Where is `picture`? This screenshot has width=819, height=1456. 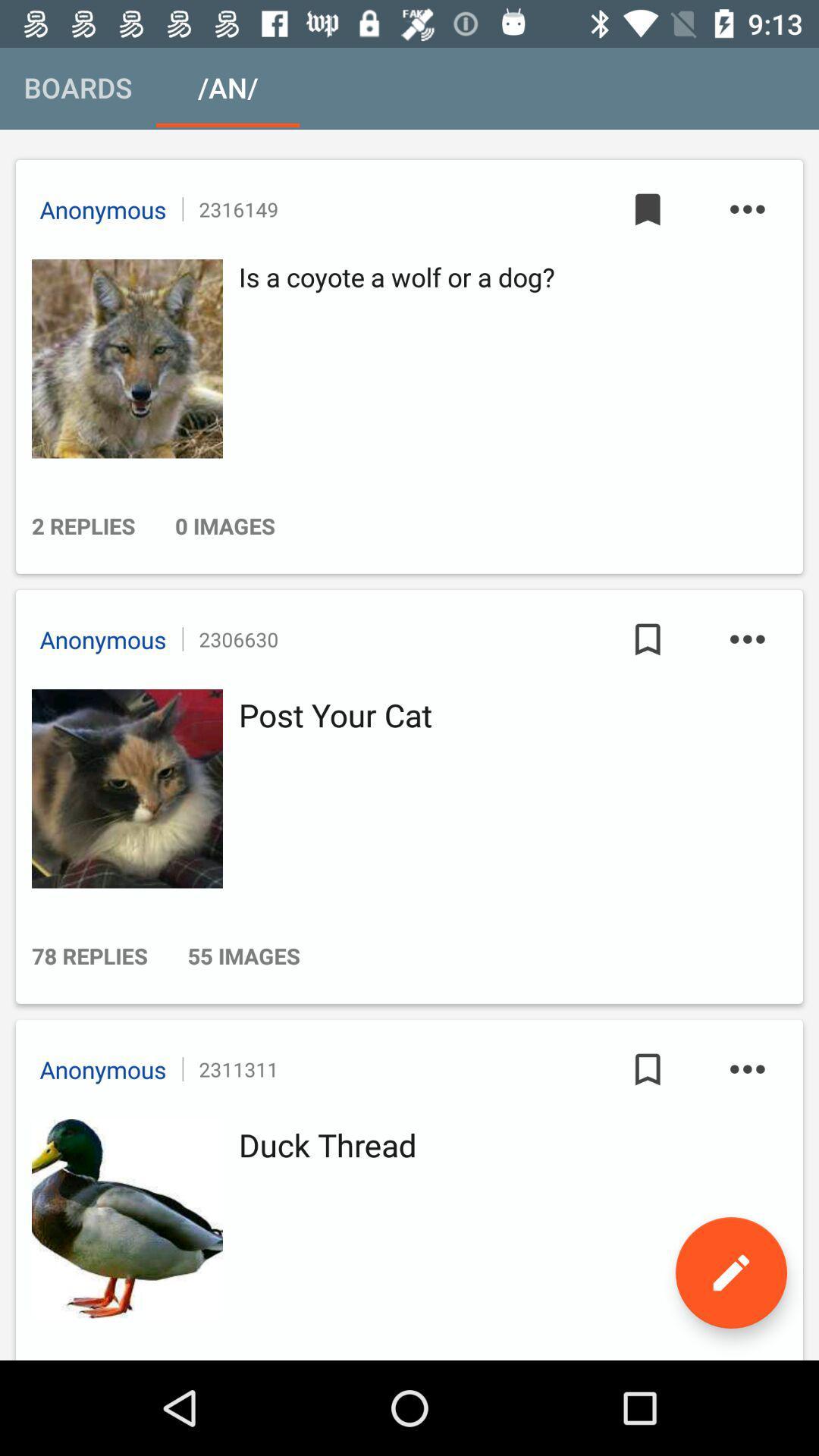 picture is located at coordinates (122, 789).